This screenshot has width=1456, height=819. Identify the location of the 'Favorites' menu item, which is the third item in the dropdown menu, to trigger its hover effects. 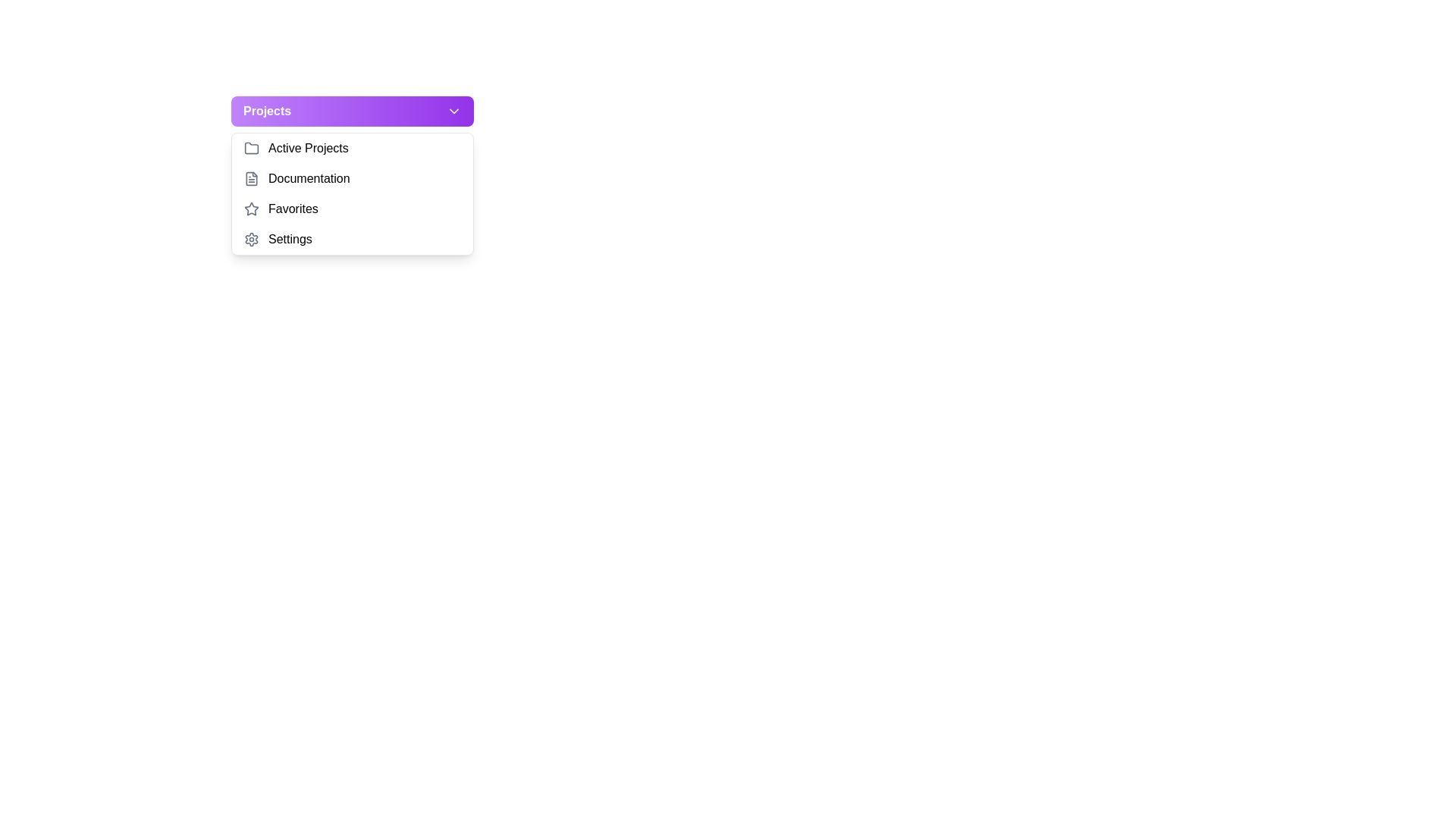
(352, 209).